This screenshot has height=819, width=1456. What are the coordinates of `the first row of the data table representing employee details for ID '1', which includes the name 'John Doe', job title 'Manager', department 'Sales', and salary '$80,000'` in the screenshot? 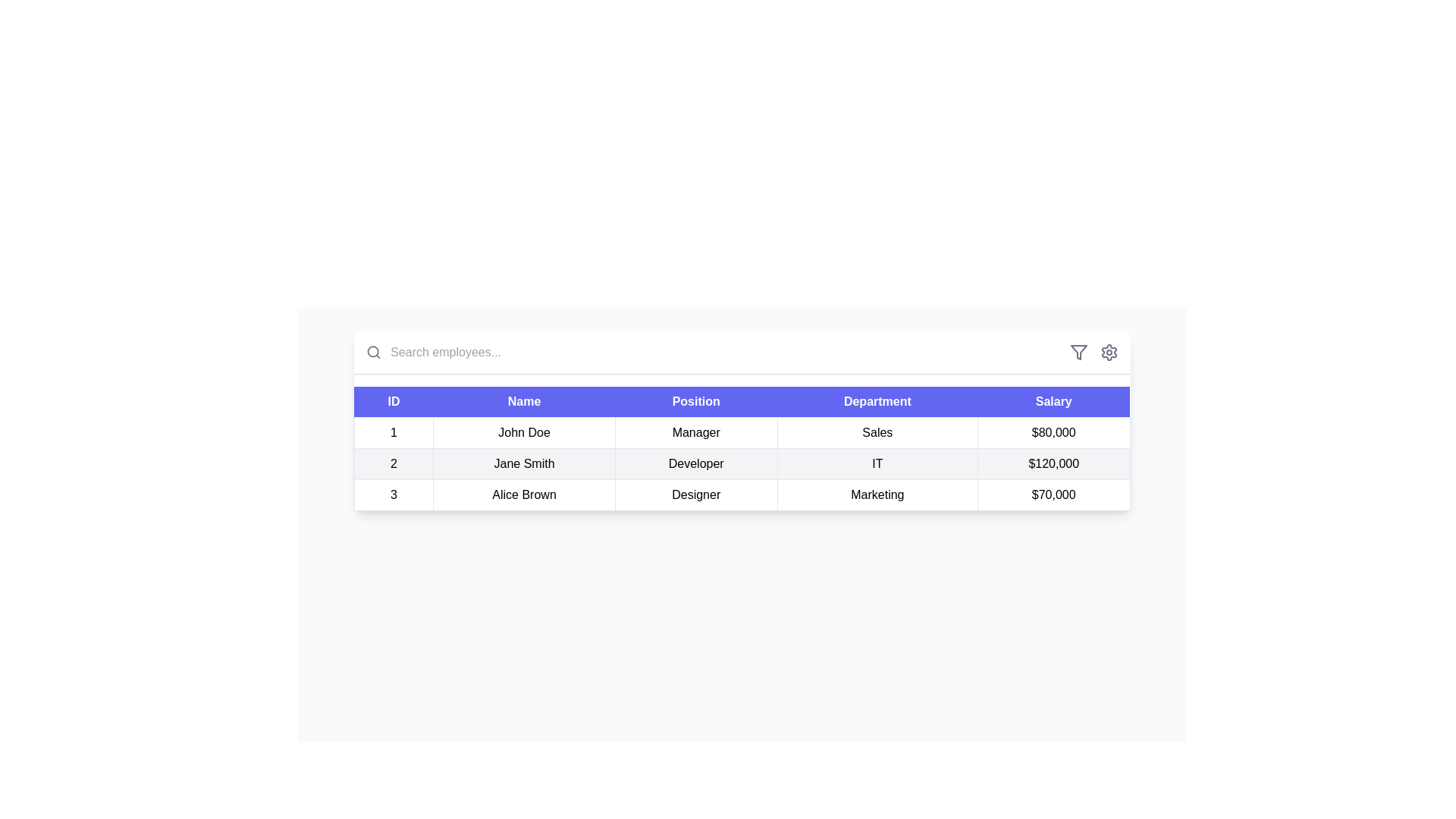 It's located at (742, 432).